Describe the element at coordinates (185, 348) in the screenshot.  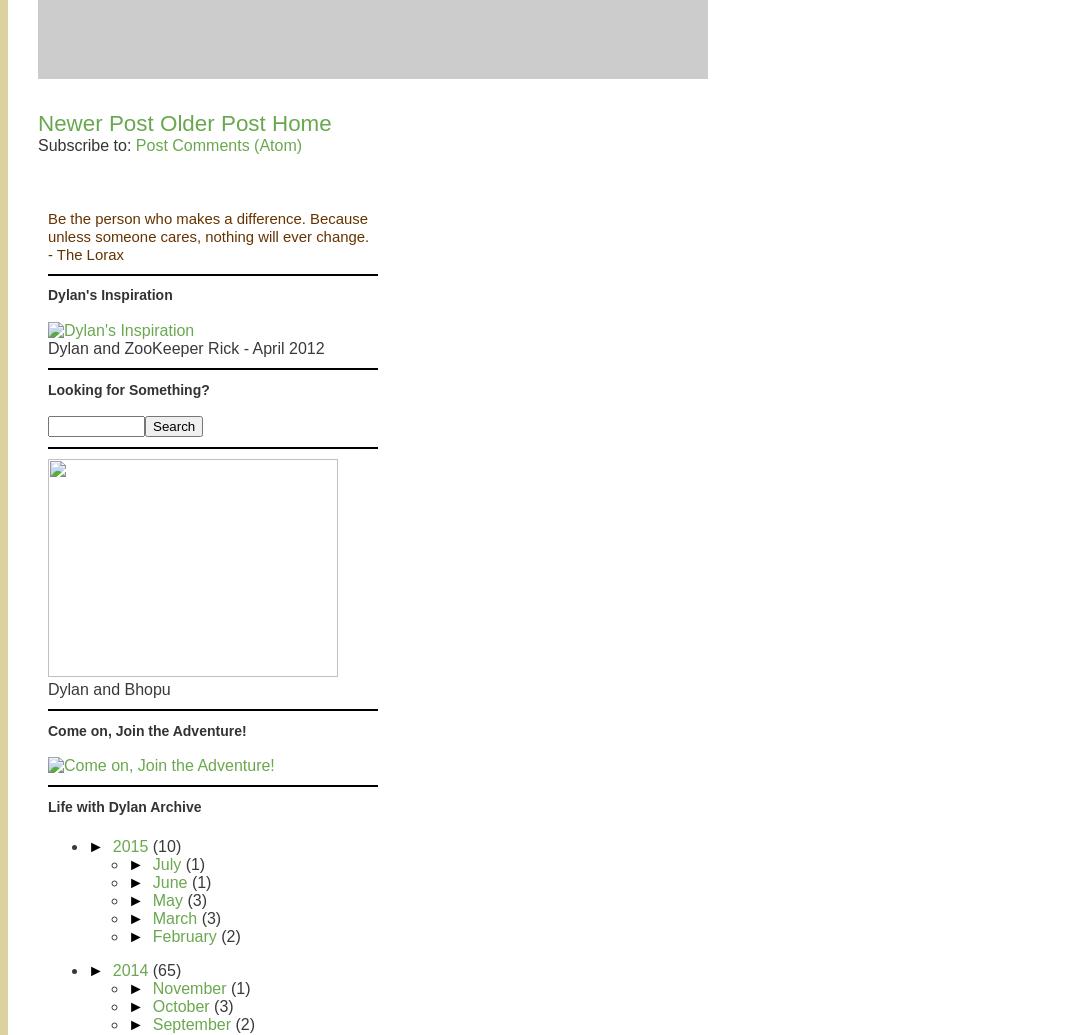
I see `'Dylan and ZooKeeper Rick - April 2012'` at that location.